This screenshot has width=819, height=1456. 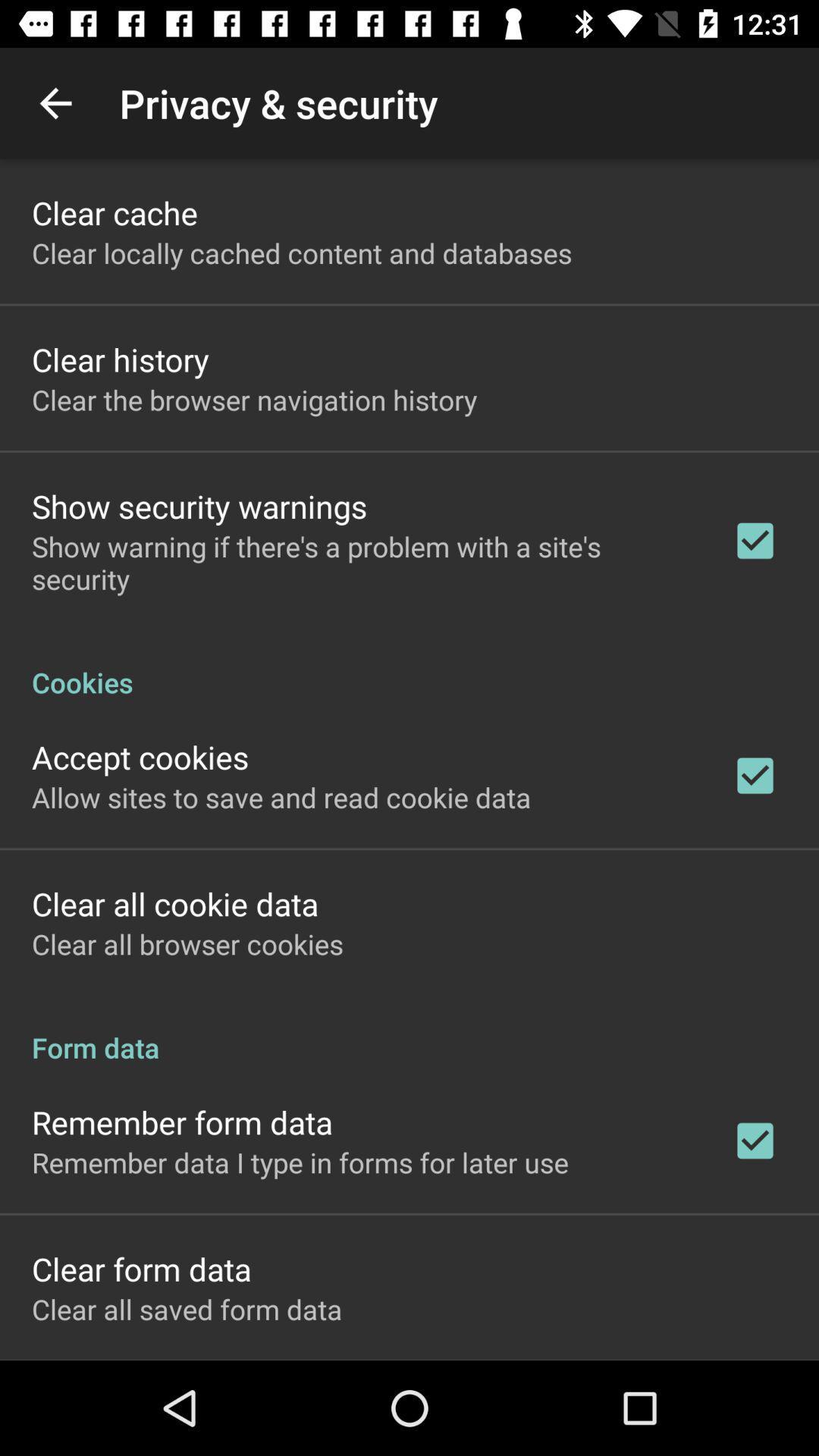 What do you see at coordinates (55, 102) in the screenshot?
I see `icon to the left of privacy & security item` at bounding box center [55, 102].